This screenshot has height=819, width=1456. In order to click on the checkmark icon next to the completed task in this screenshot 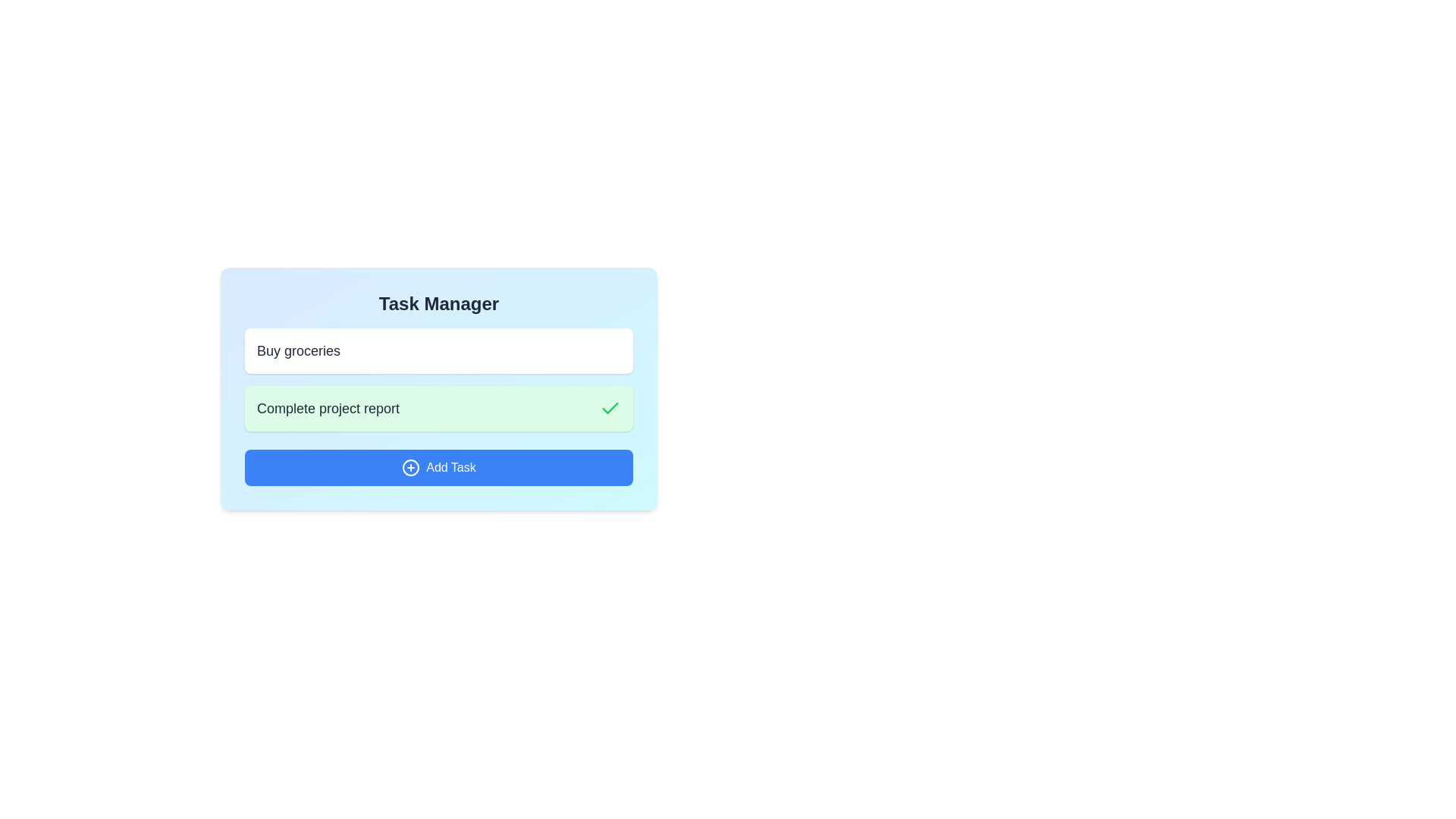, I will do `click(610, 408)`.